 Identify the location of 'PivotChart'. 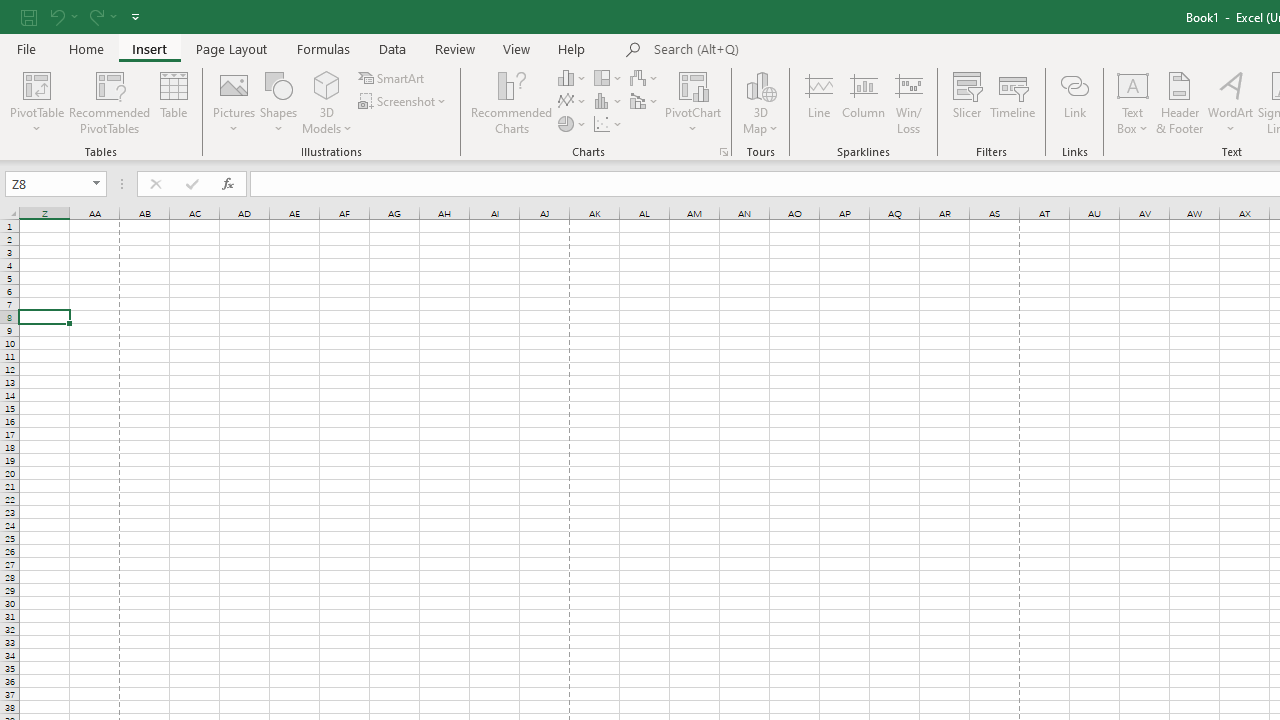
(693, 84).